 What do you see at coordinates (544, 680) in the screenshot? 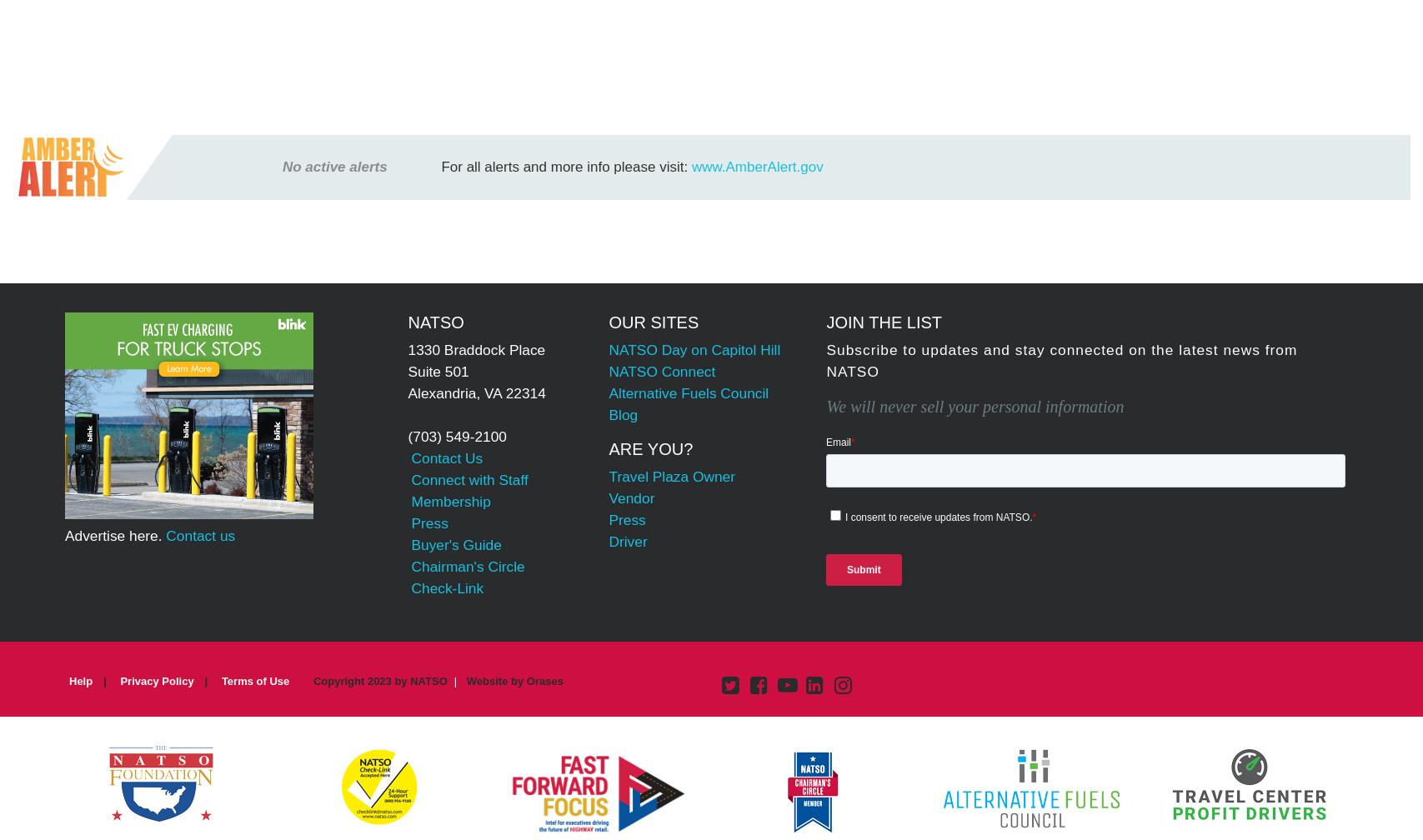
I see `'Orases'` at bounding box center [544, 680].